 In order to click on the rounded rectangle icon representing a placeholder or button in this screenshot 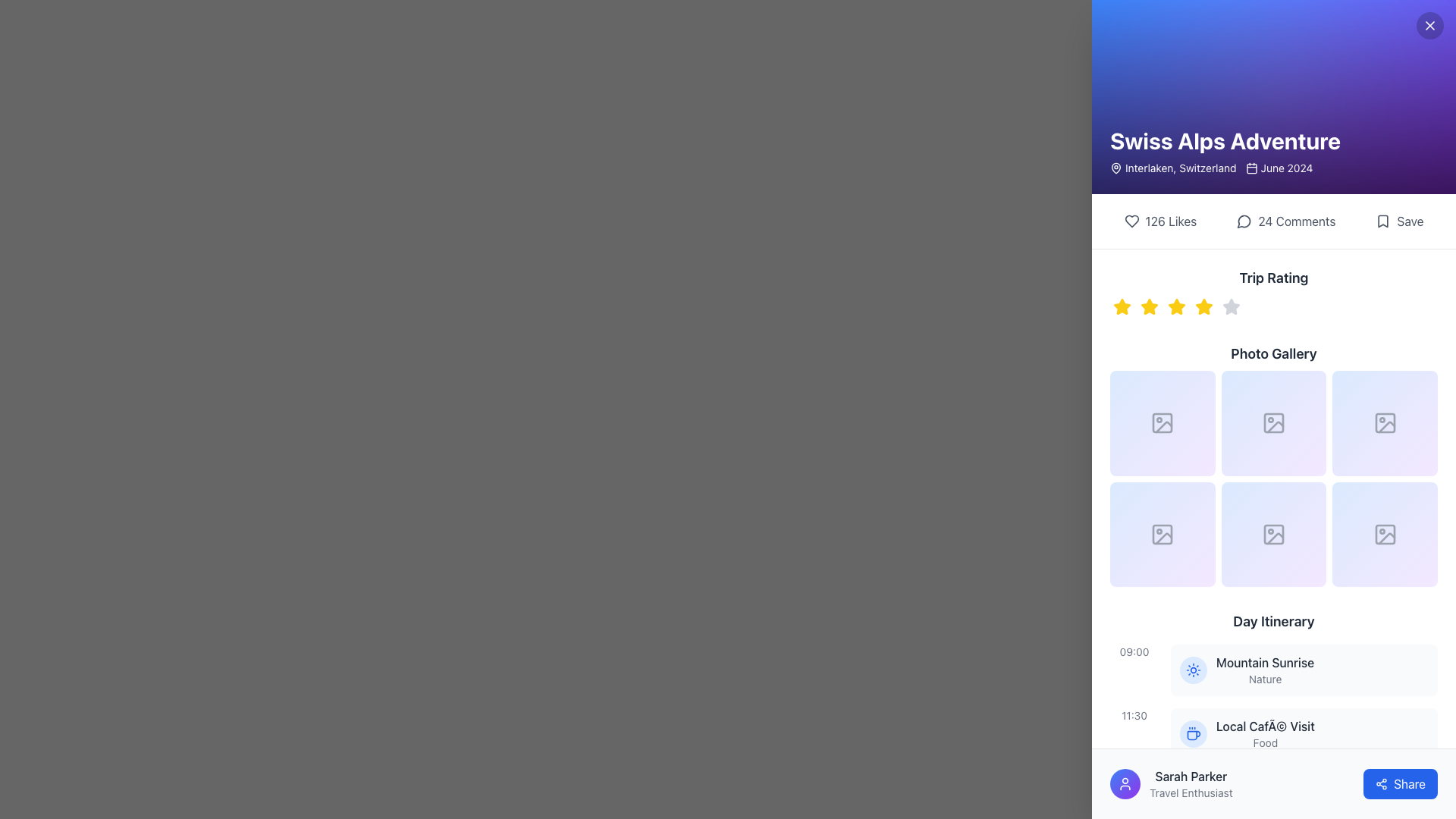, I will do `click(1385, 423)`.